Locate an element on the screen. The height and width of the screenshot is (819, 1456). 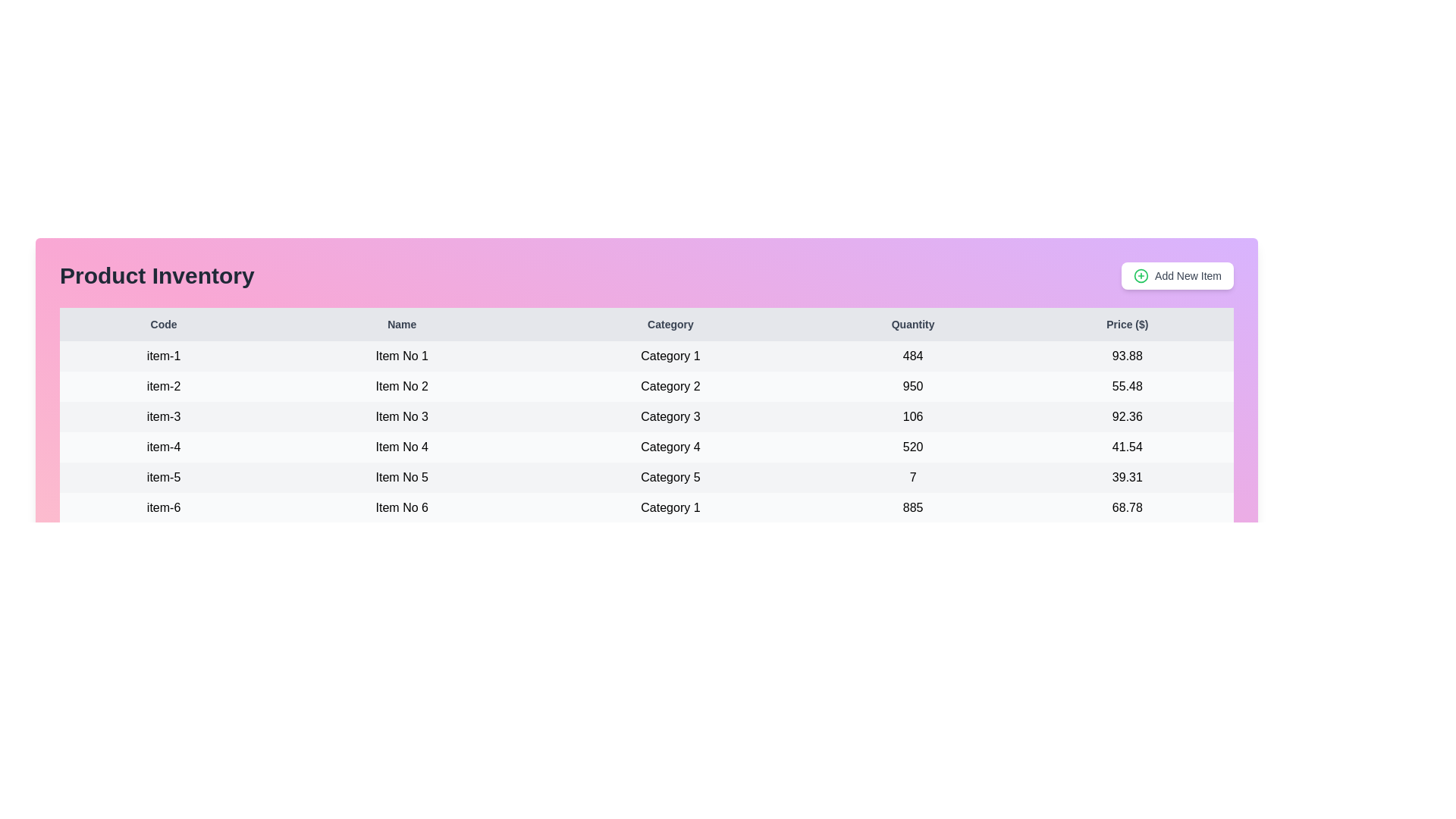
the table header Price ($) to observe sorting functionality is located at coordinates (1127, 324).